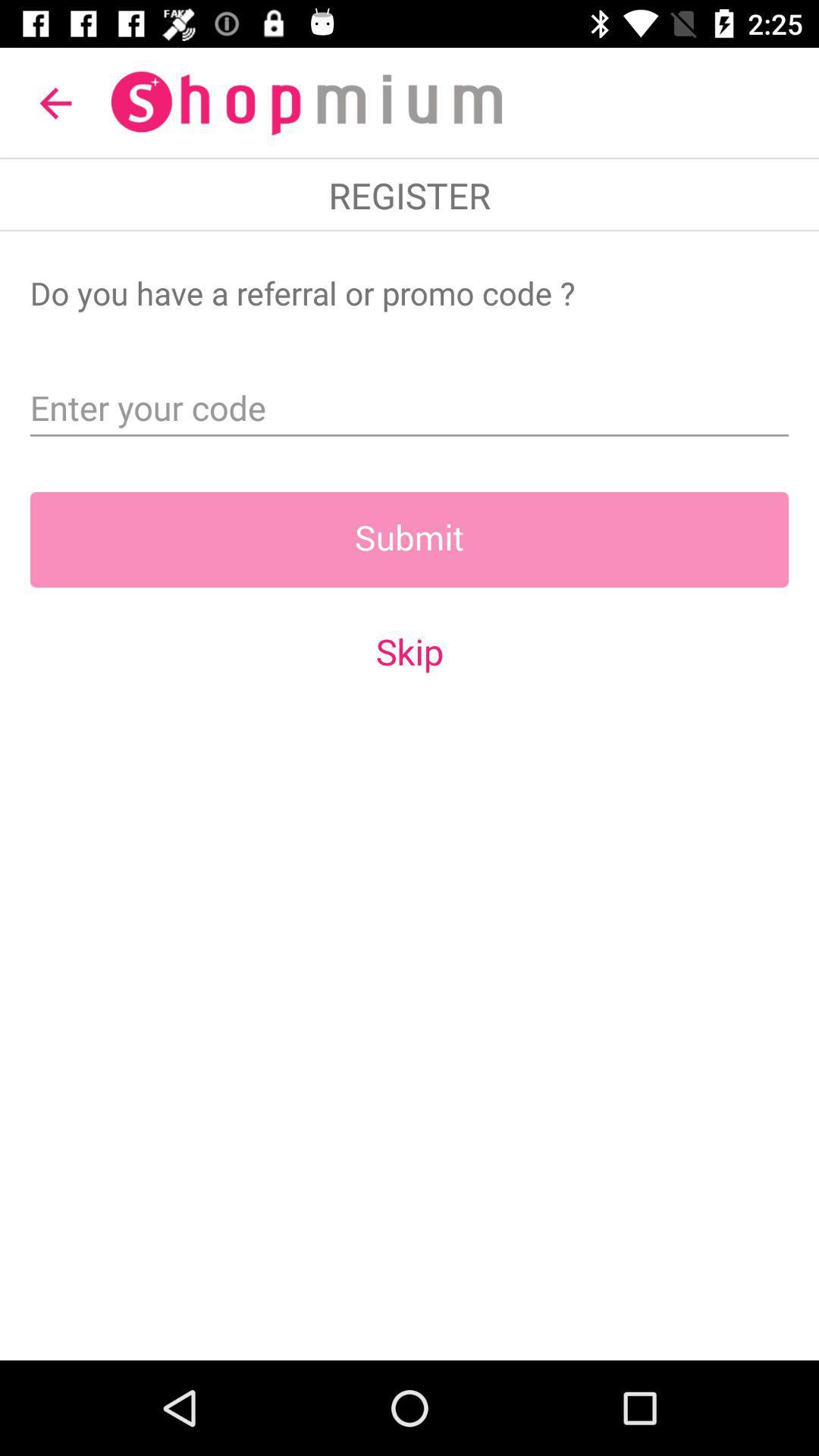 This screenshot has height=1456, width=819. What do you see at coordinates (409, 539) in the screenshot?
I see `the item above the skip item` at bounding box center [409, 539].